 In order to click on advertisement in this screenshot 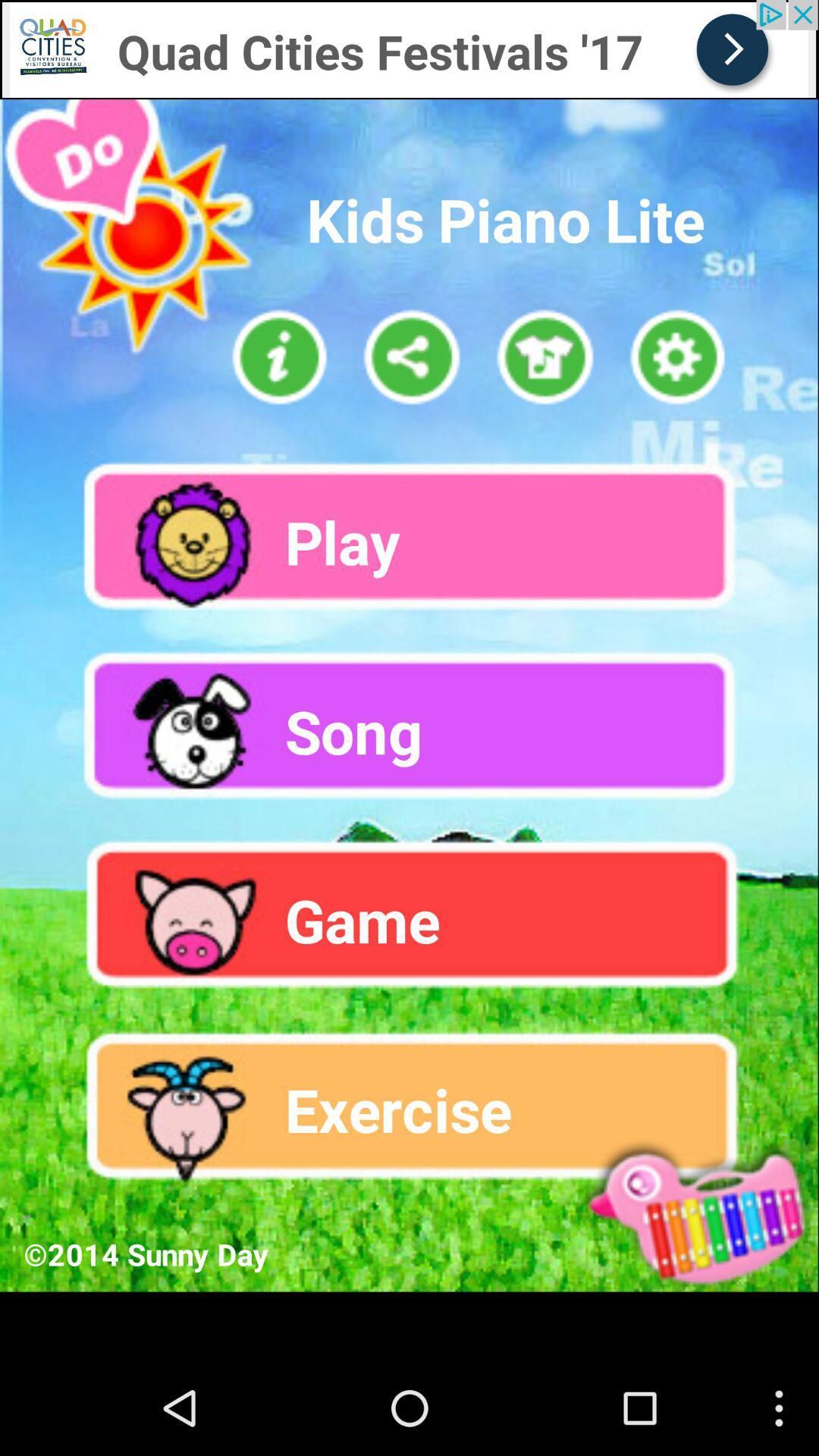, I will do `click(116, 14)`.